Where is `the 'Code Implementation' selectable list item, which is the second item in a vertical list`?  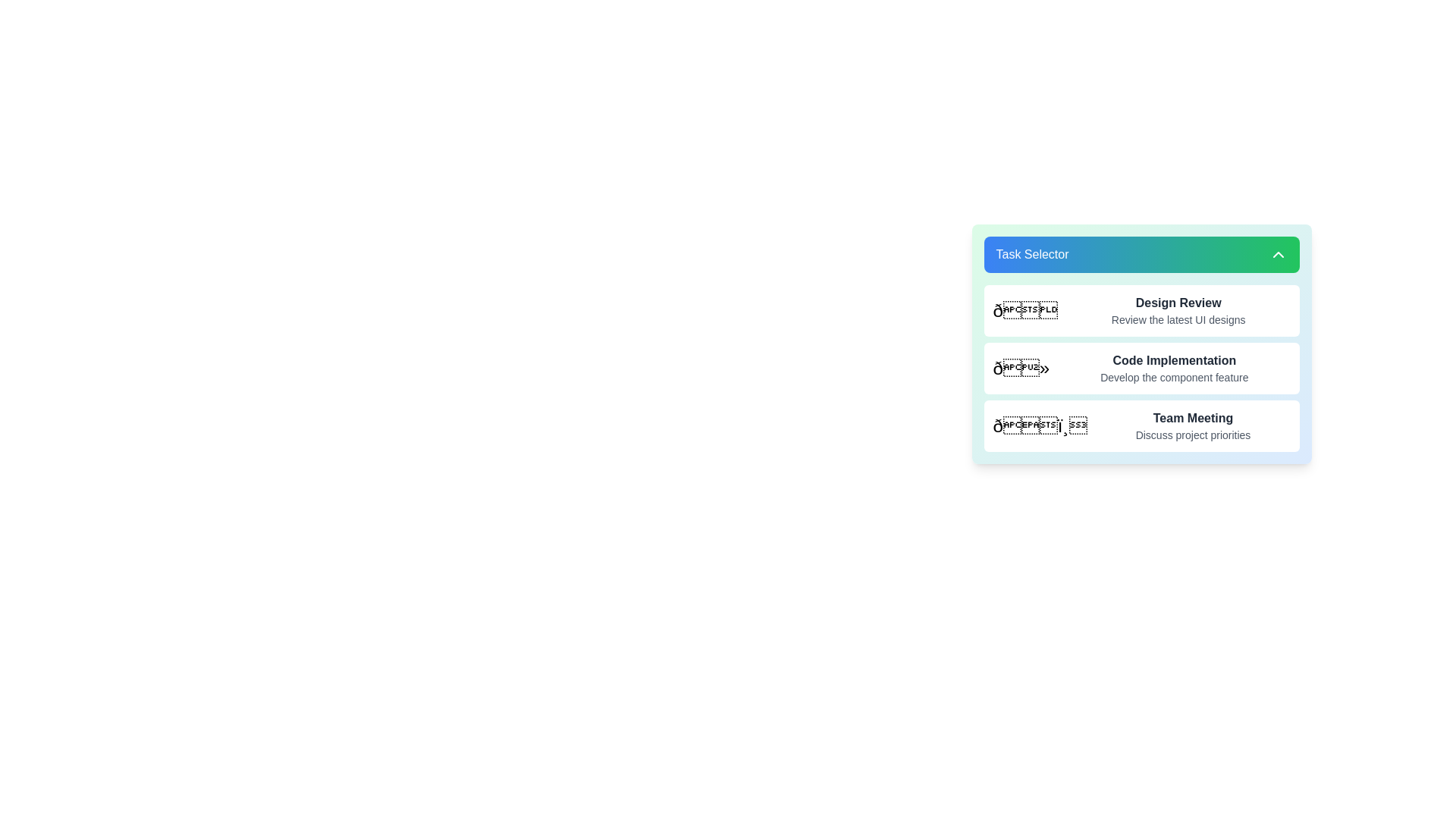
the 'Code Implementation' selectable list item, which is the second item in a vertical list is located at coordinates (1141, 369).